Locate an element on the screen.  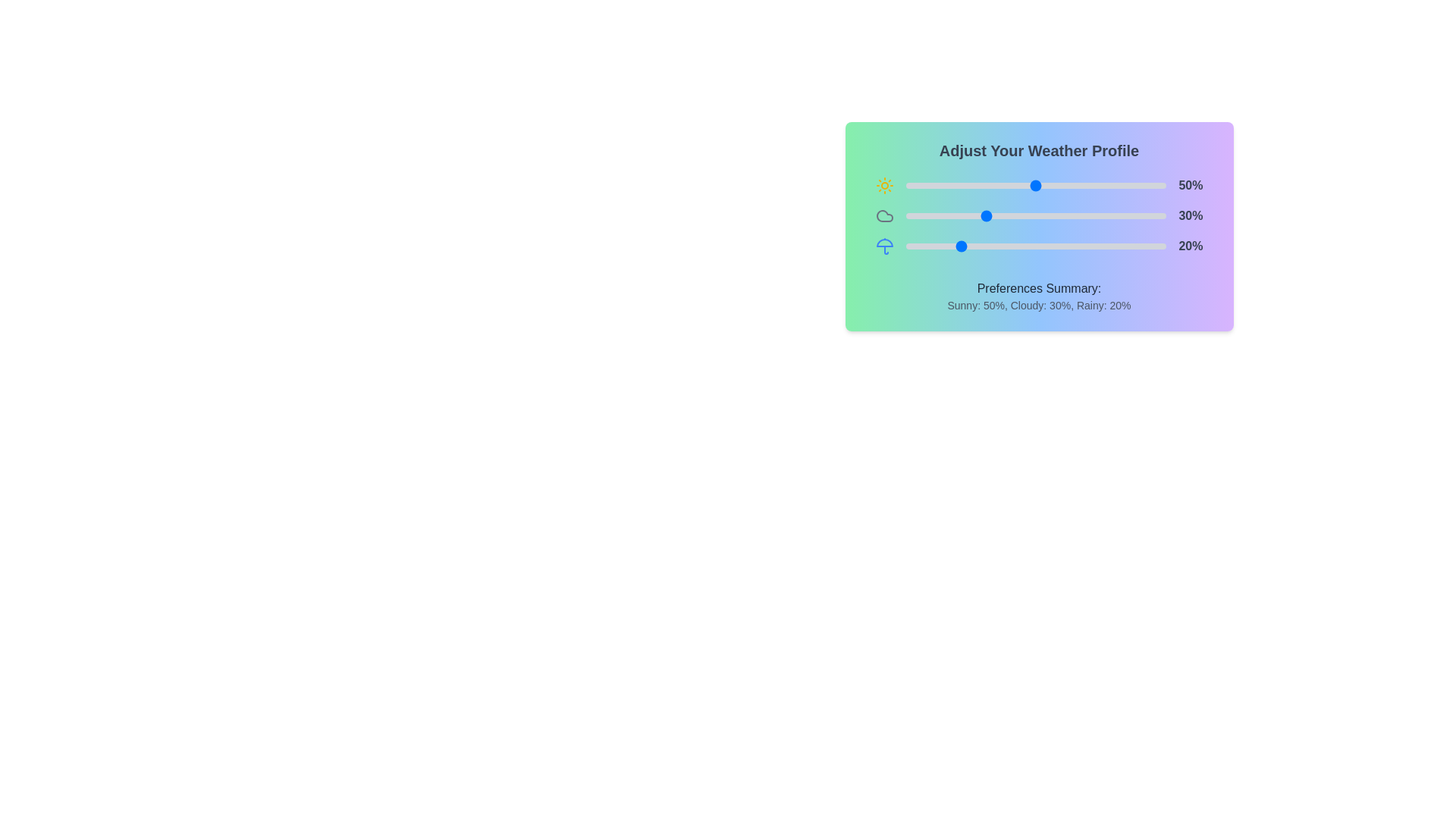
the 'Cloudy' slider to 42% is located at coordinates (1015, 216).